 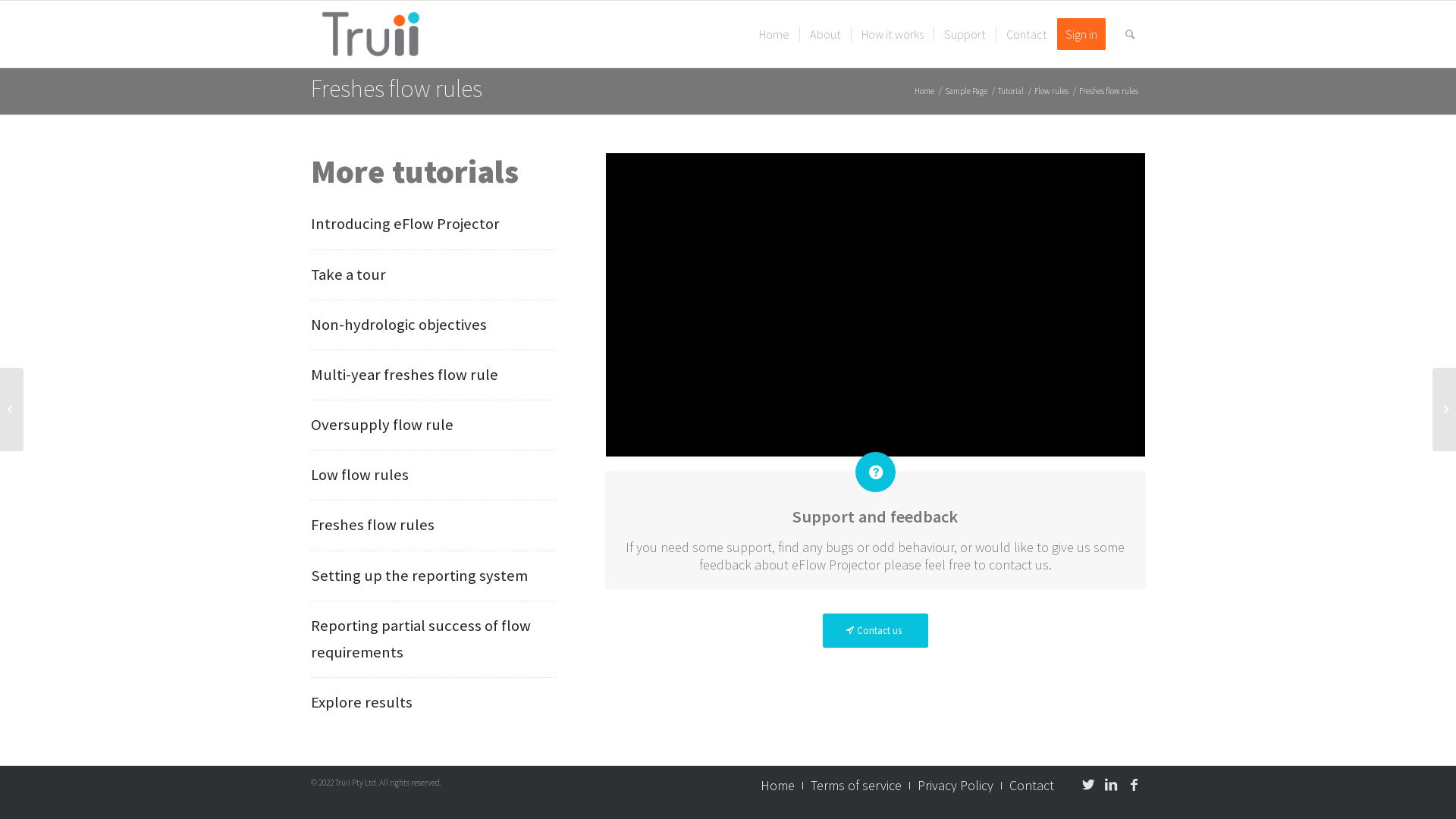 What do you see at coordinates (397, 88) in the screenshot?
I see `'Freshes flow rules'` at bounding box center [397, 88].